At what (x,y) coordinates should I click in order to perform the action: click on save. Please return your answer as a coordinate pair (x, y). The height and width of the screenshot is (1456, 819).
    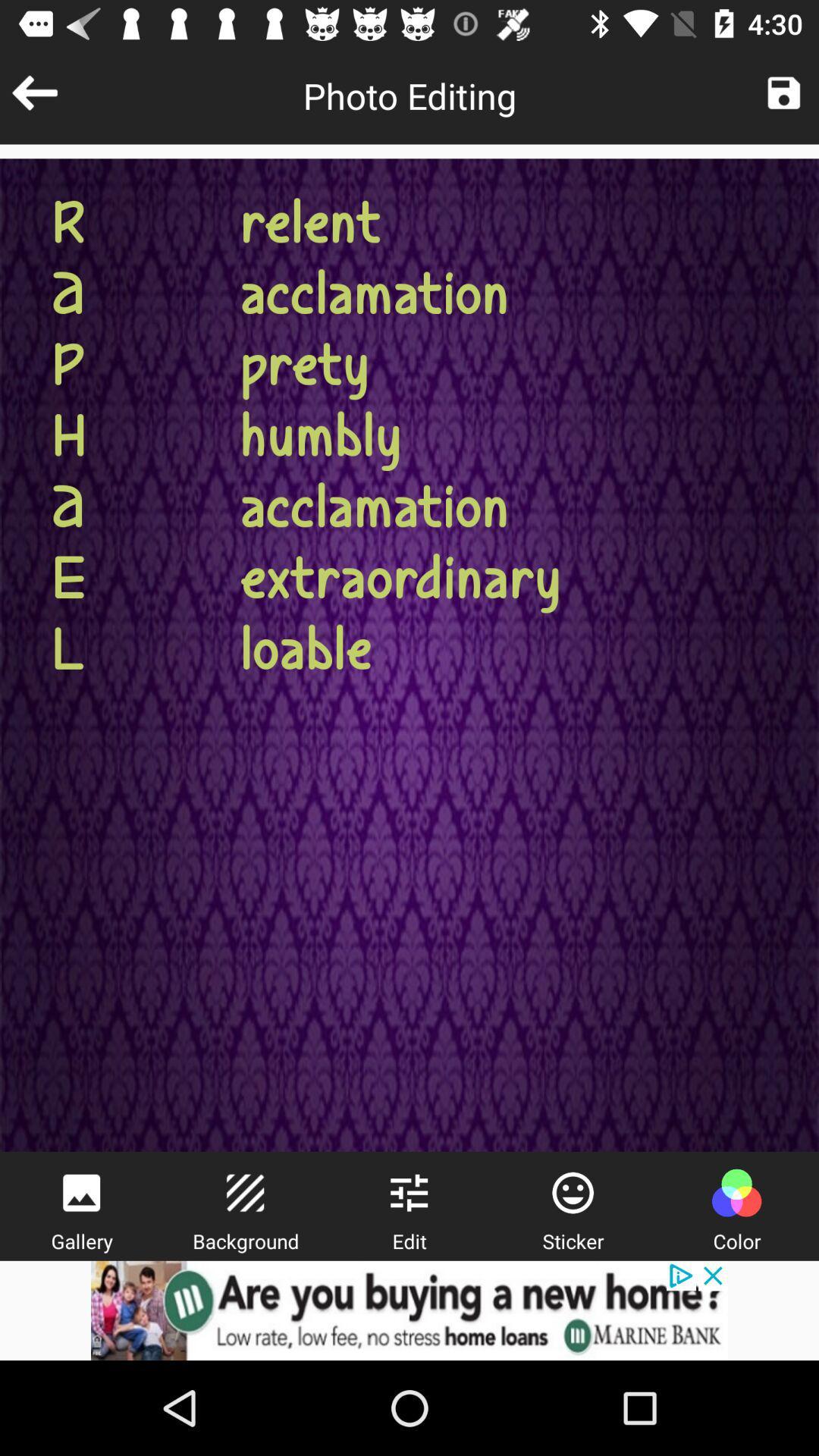
    Looking at the image, I should click on (783, 92).